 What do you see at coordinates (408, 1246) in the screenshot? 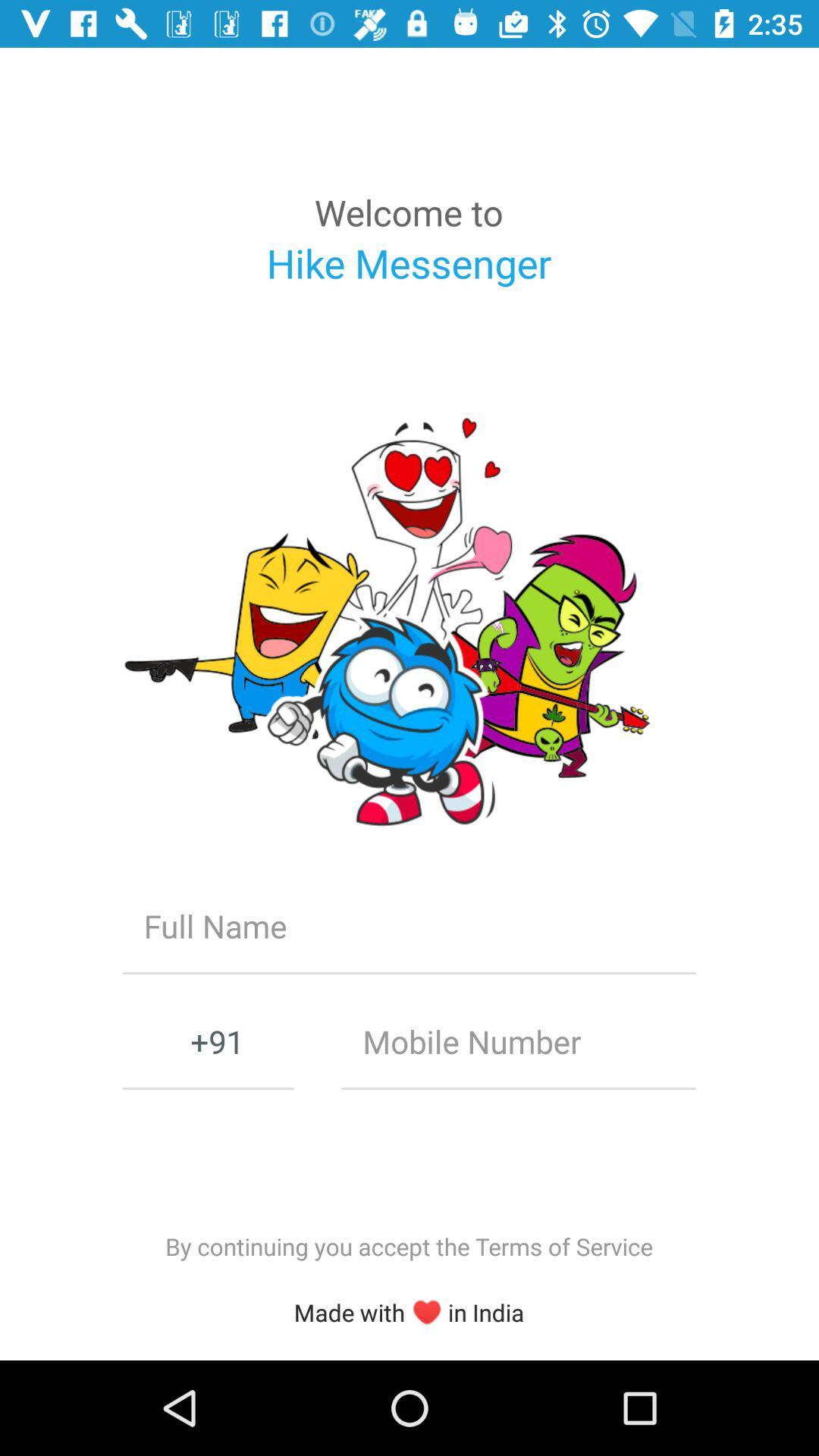
I see `by continuing you` at bounding box center [408, 1246].